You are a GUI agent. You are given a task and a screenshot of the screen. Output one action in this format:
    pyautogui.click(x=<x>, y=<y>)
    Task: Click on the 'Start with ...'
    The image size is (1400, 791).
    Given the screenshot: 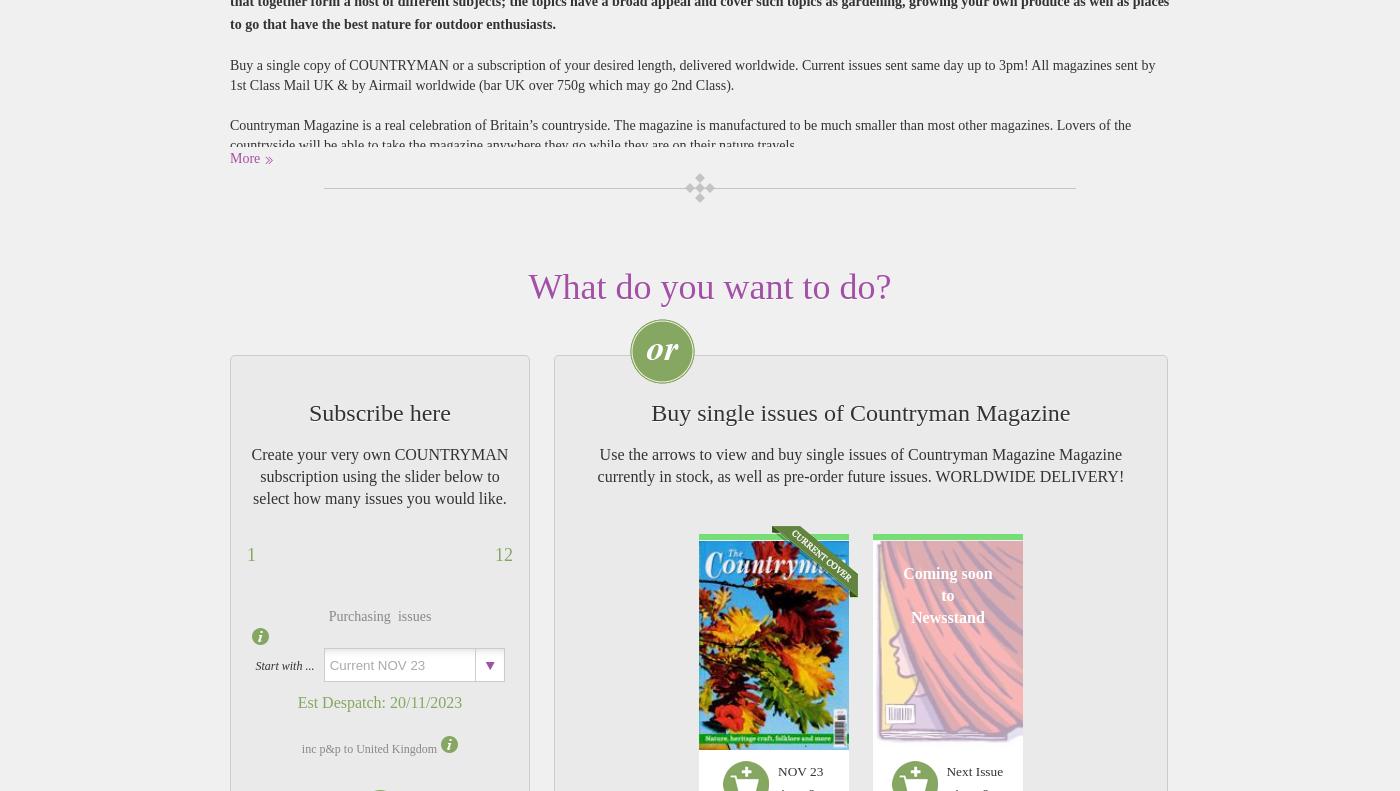 What is the action you would take?
    pyautogui.click(x=284, y=664)
    